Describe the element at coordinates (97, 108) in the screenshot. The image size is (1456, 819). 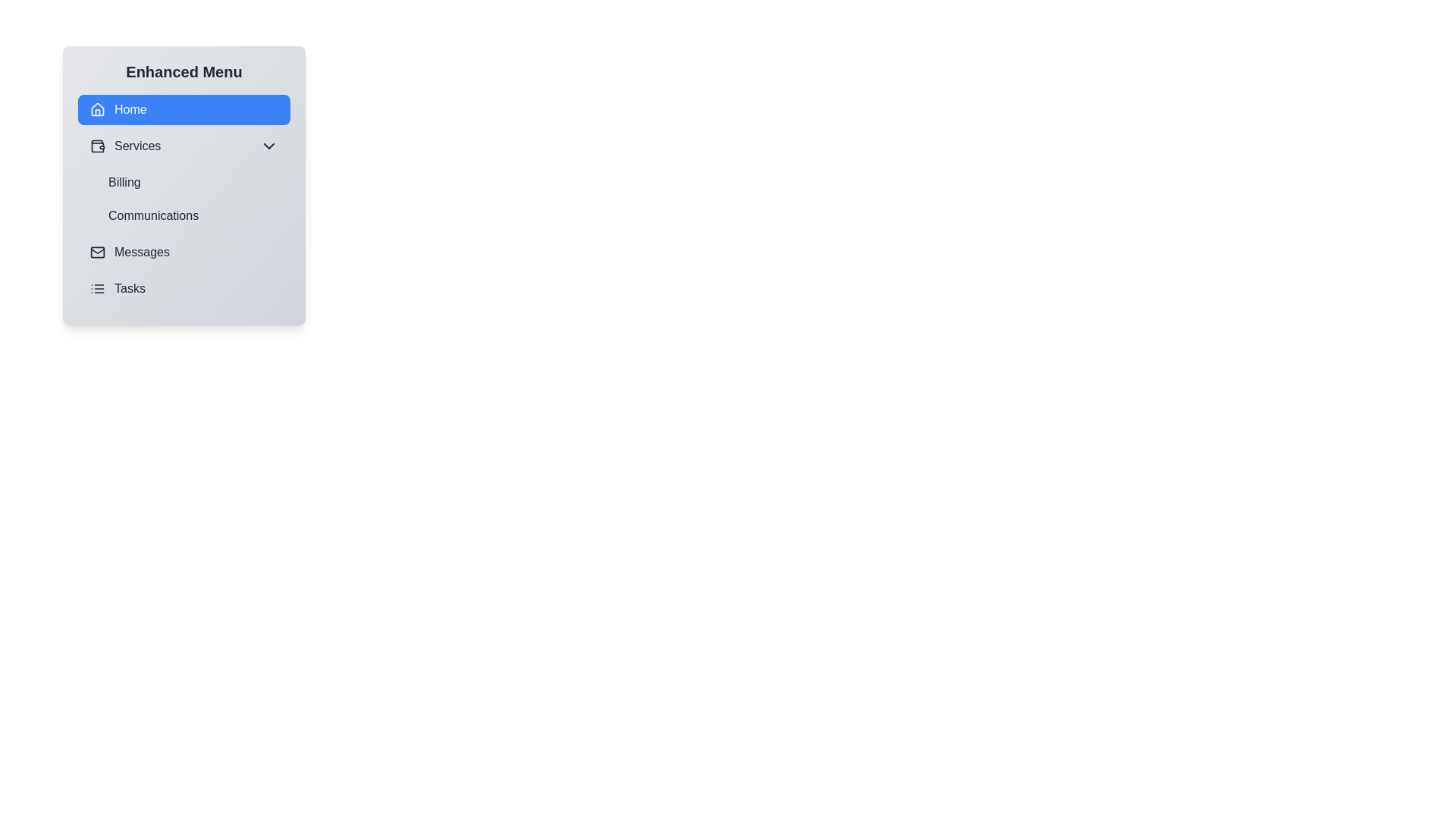
I see `the house-like icon located at the top of the side menu, directly to the left of the text 'Home'` at that location.